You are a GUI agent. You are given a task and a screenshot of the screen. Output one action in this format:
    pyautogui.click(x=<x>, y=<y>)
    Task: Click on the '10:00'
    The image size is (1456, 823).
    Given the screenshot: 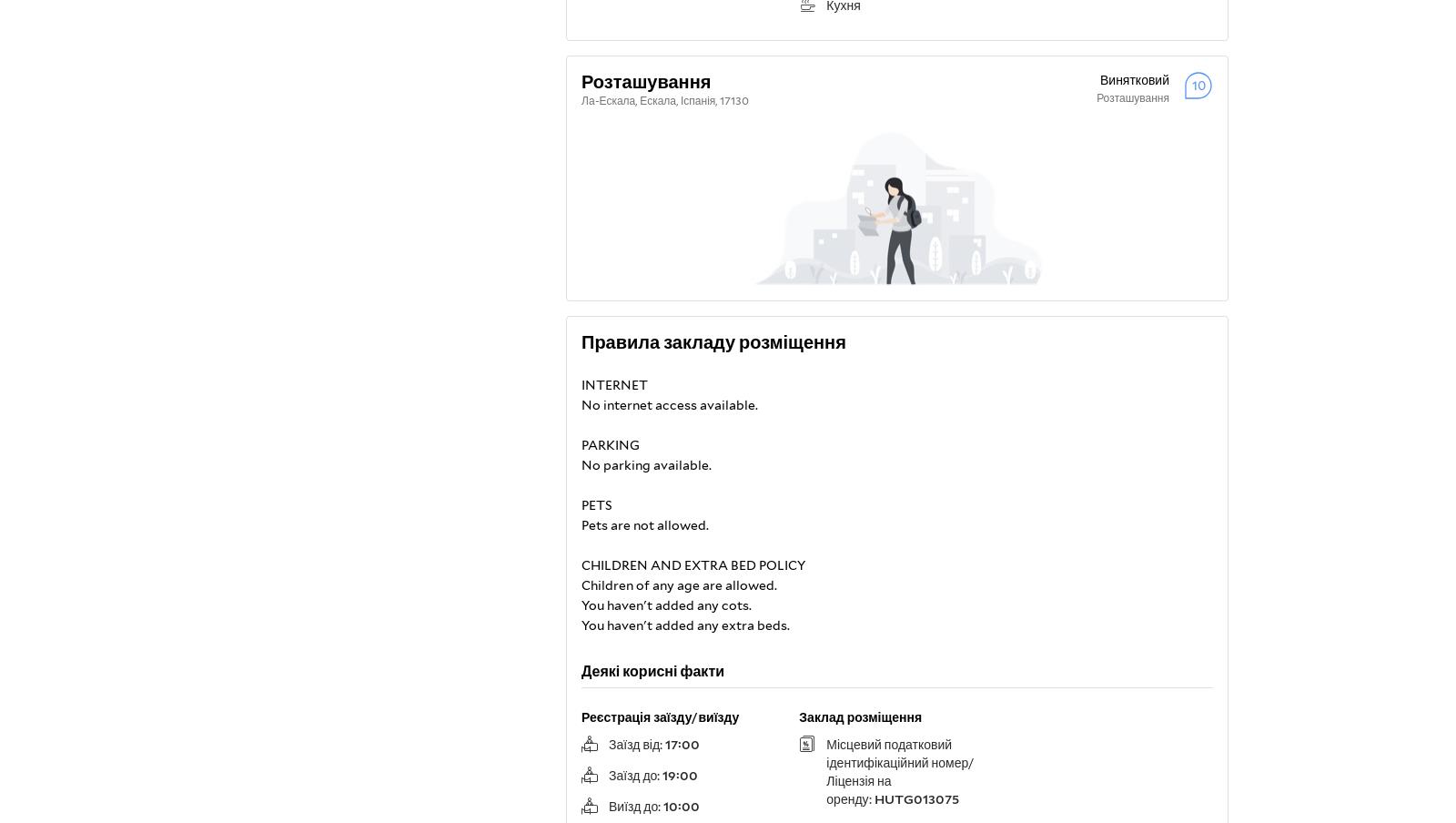 What is the action you would take?
    pyautogui.click(x=681, y=807)
    